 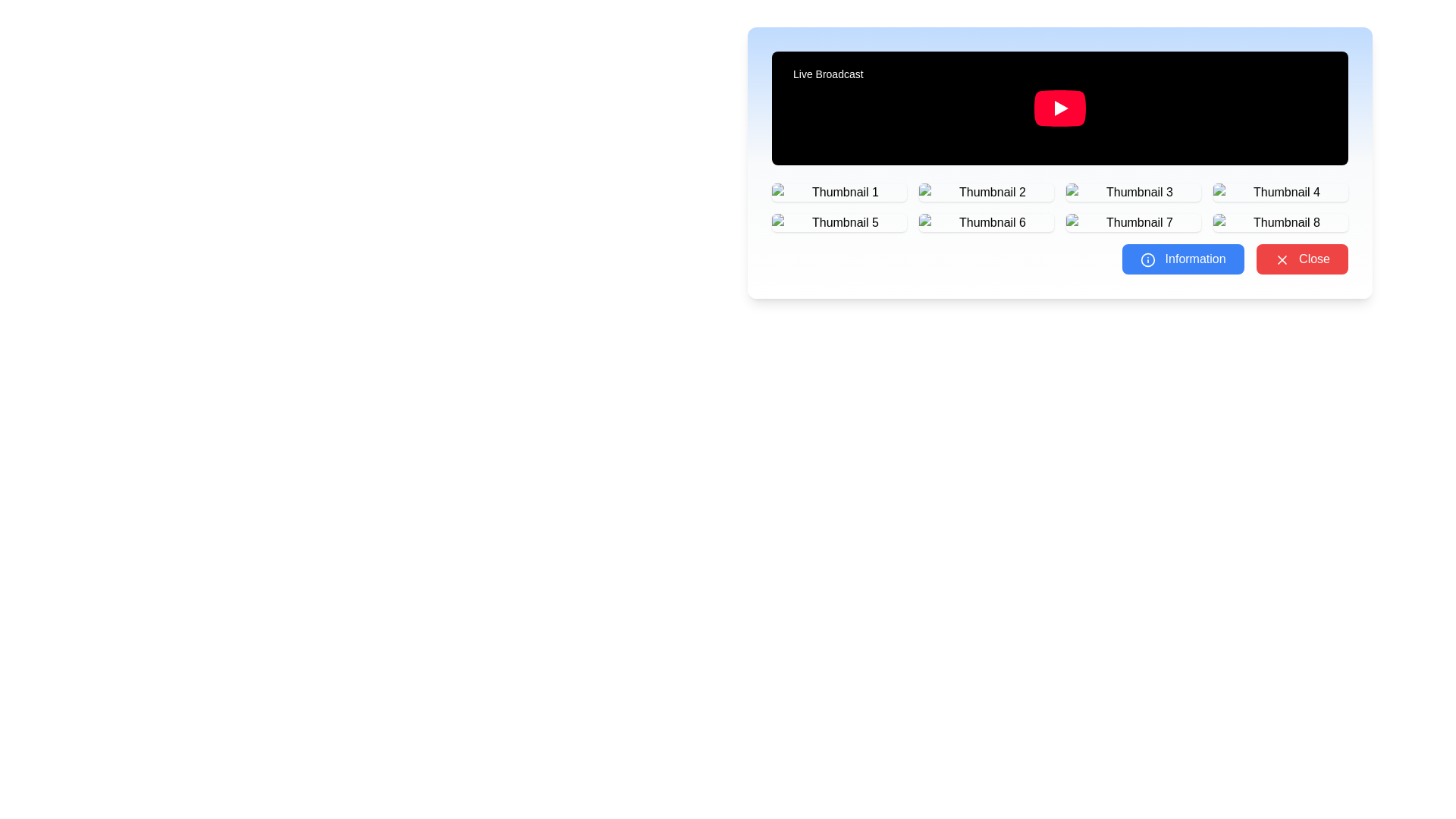 What do you see at coordinates (1280, 192) in the screenshot?
I see `the fourth thumbnail button in the grid layout` at bounding box center [1280, 192].